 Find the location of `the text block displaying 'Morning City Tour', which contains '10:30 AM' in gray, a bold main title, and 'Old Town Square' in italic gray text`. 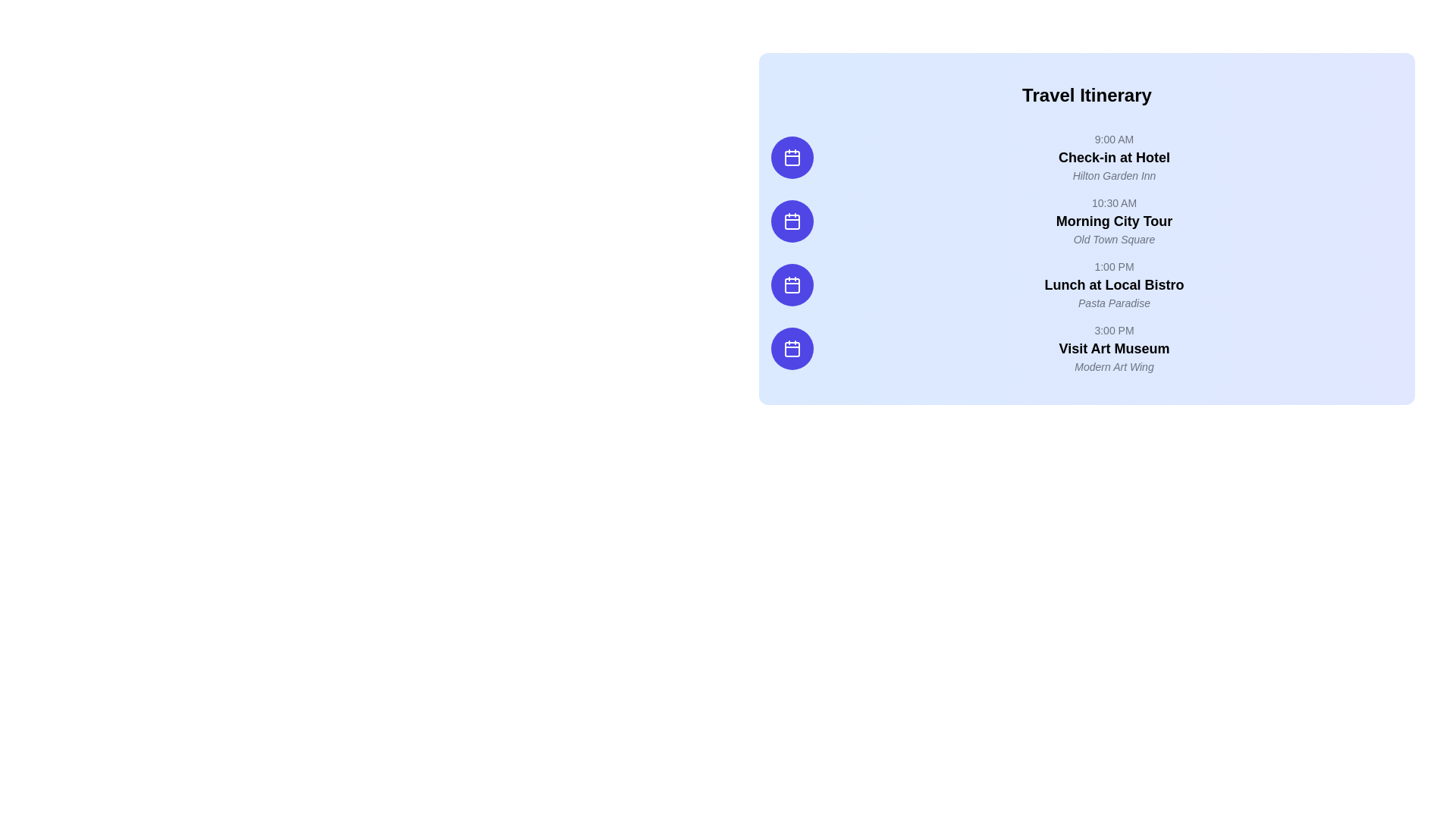

the text block displaying 'Morning City Tour', which contains '10:30 AM' in gray, a bold main title, and 'Old Town Square' in italic gray text is located at coordinates (1114, 221).